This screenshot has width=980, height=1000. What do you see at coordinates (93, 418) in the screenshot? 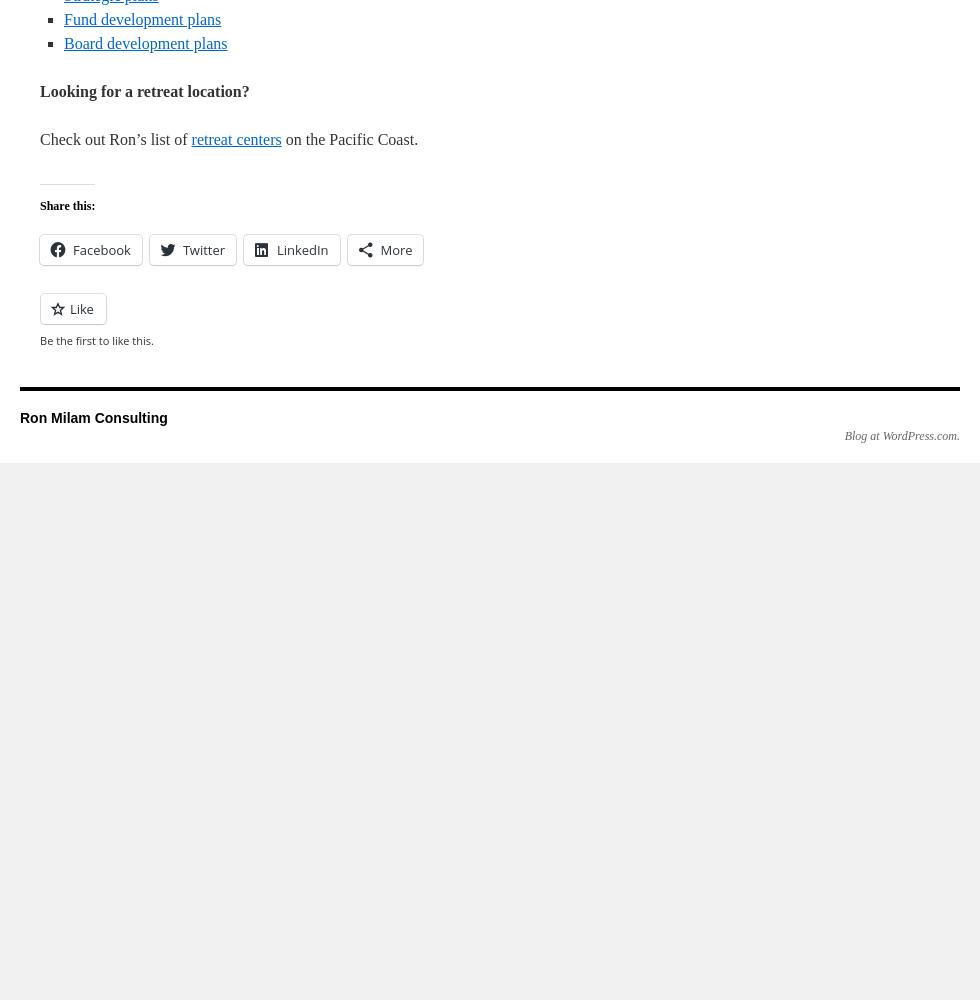
I see `'Ron Milam Consulting'` at bounding box center [93, 418].